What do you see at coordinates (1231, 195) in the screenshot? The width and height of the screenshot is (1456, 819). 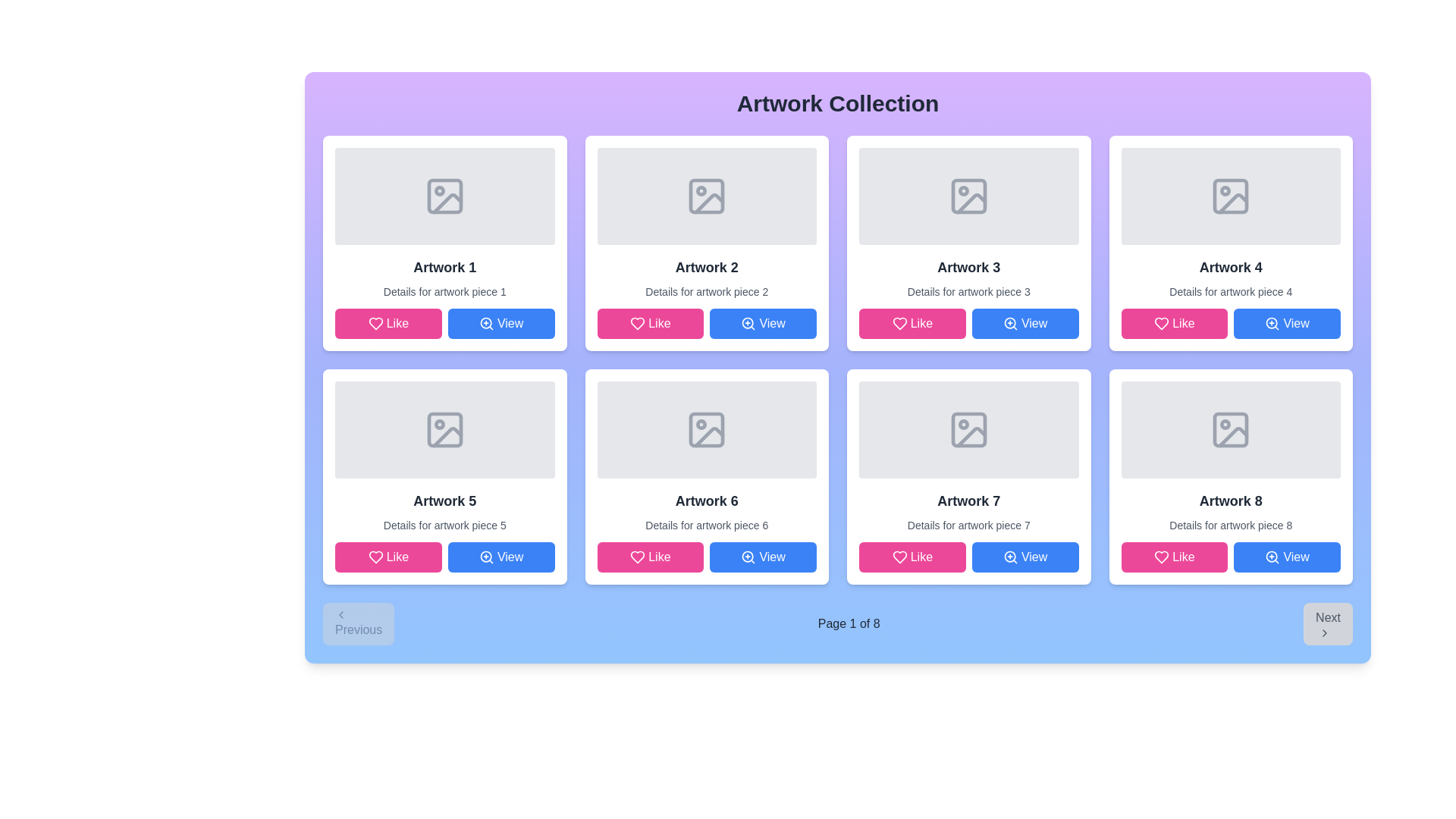 I see `and drop the Graphic icon (SVG element) located in the fourth position of the first row of the grid layout, labeled 'Artwork 4'` at bounding box center [1231, 195].